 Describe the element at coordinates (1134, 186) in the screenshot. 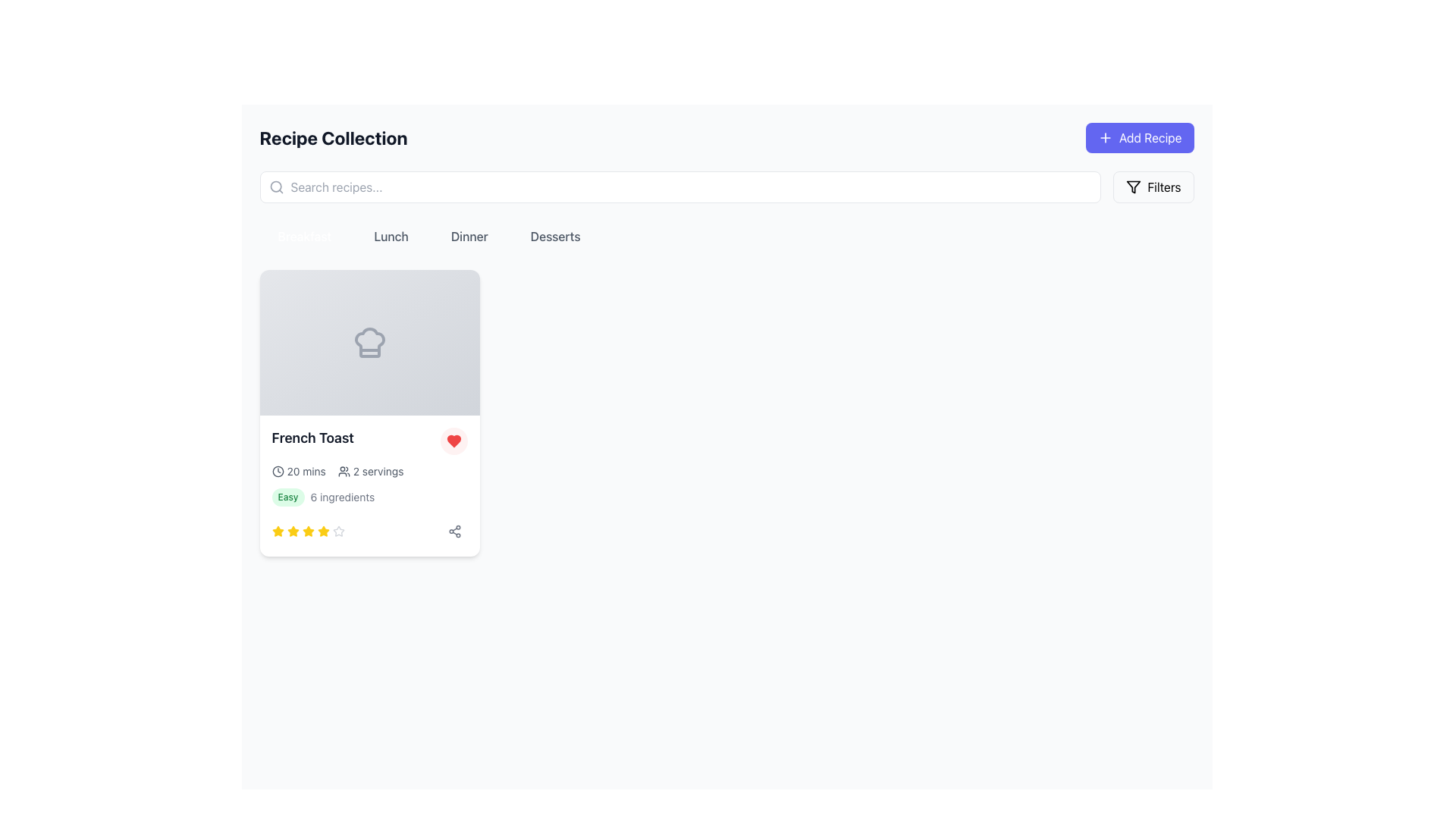

I see `the small triangular filter icon, which is styled in a black outline on a white background and is located within the 'Filters' button at the top-right corner of the interface` at that location.